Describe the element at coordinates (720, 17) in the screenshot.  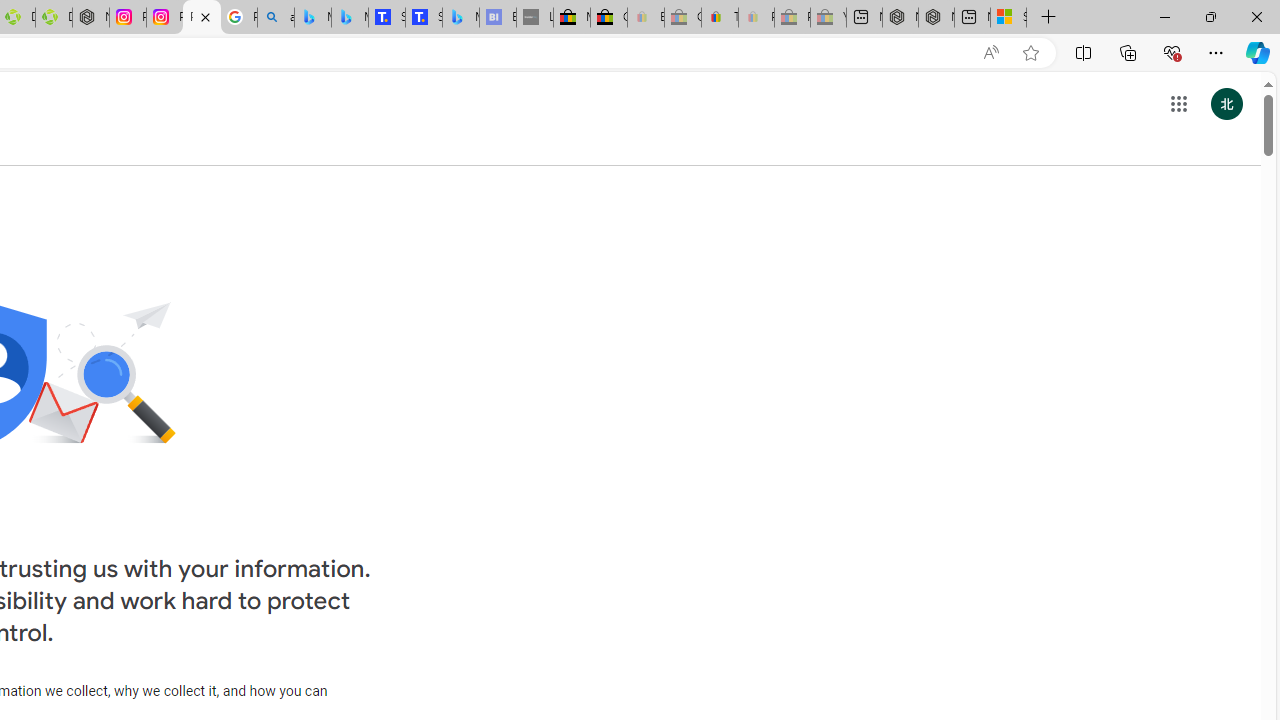
I see `'Threats and offensive language policy | eBay'` at that location.